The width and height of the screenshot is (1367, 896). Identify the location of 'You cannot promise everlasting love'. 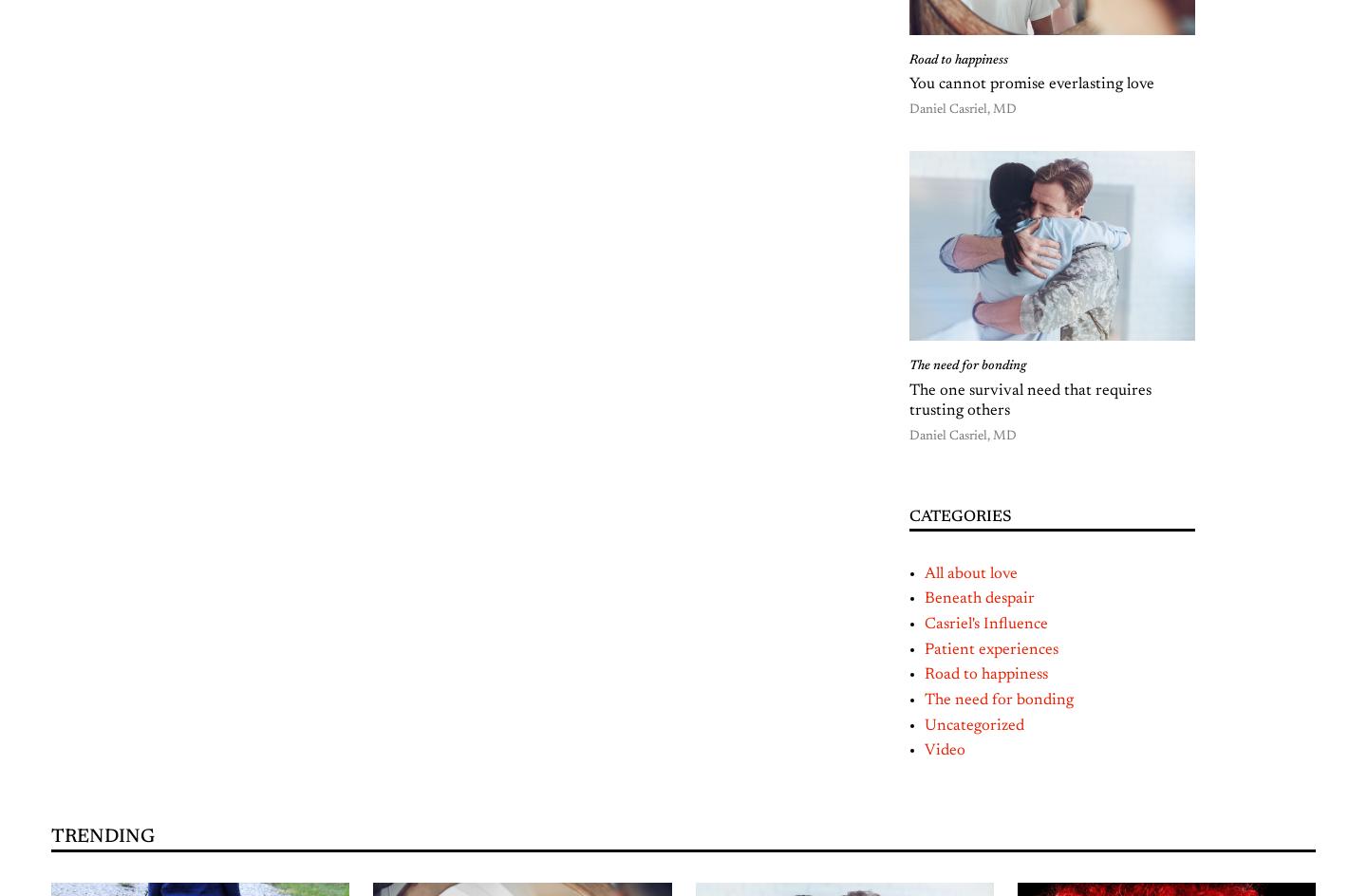
(909, 82).